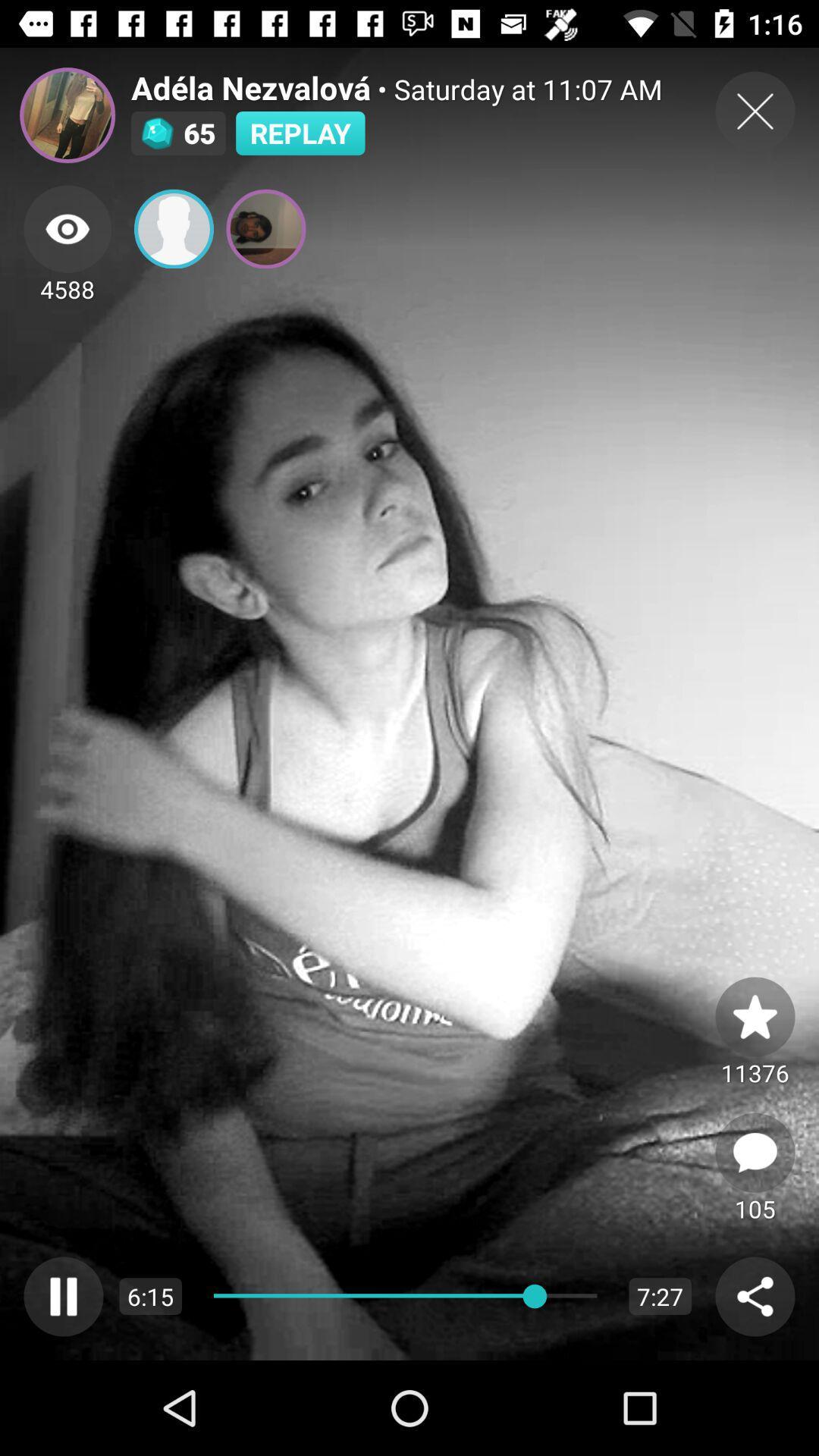 This screenshot has width=819, height=1456. I want to click on the star icon, so click(755, 1016).